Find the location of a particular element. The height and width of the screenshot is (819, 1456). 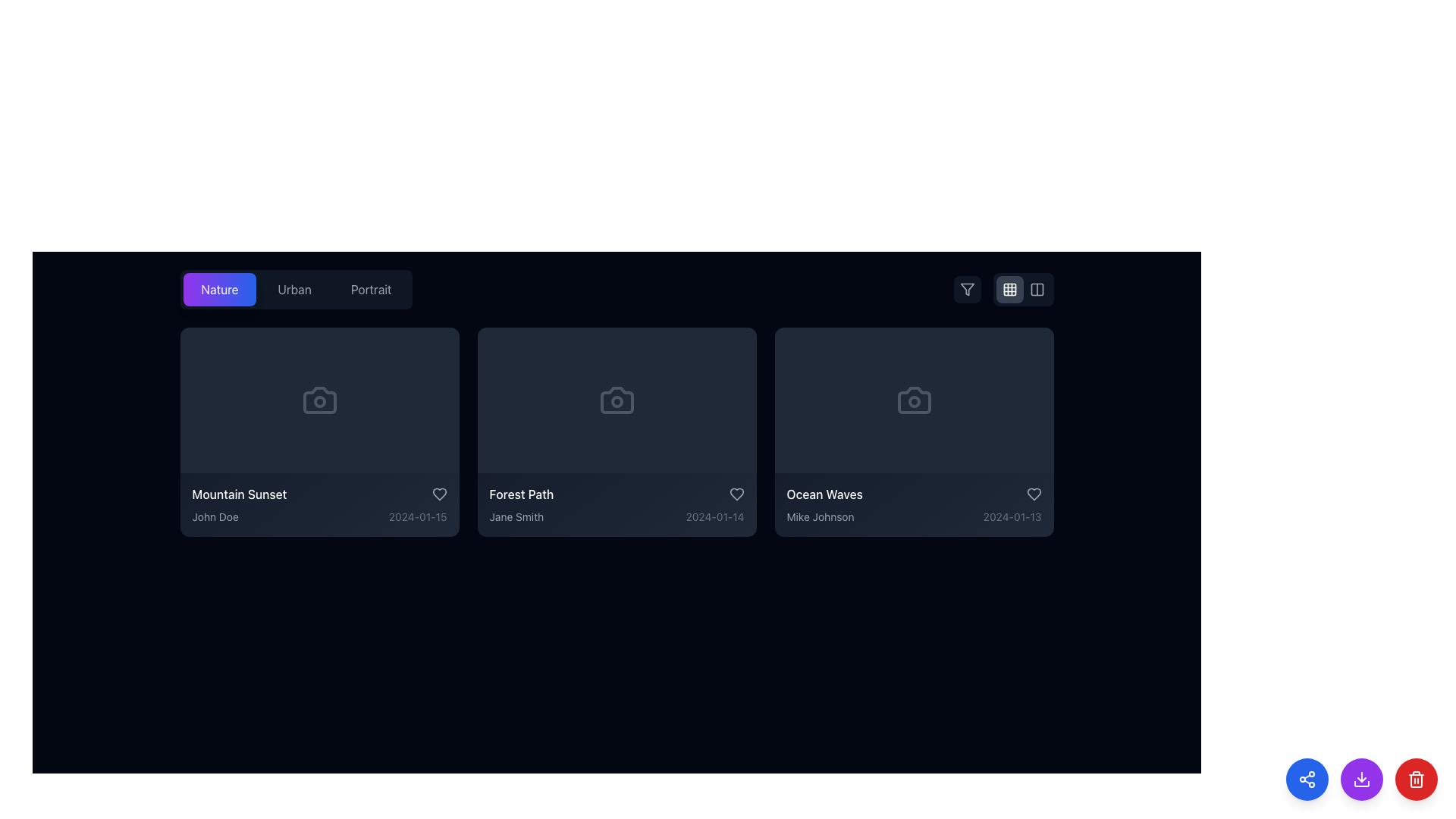

the 'Nature' button using keyboard navigation is located at coordinates (218, 289).